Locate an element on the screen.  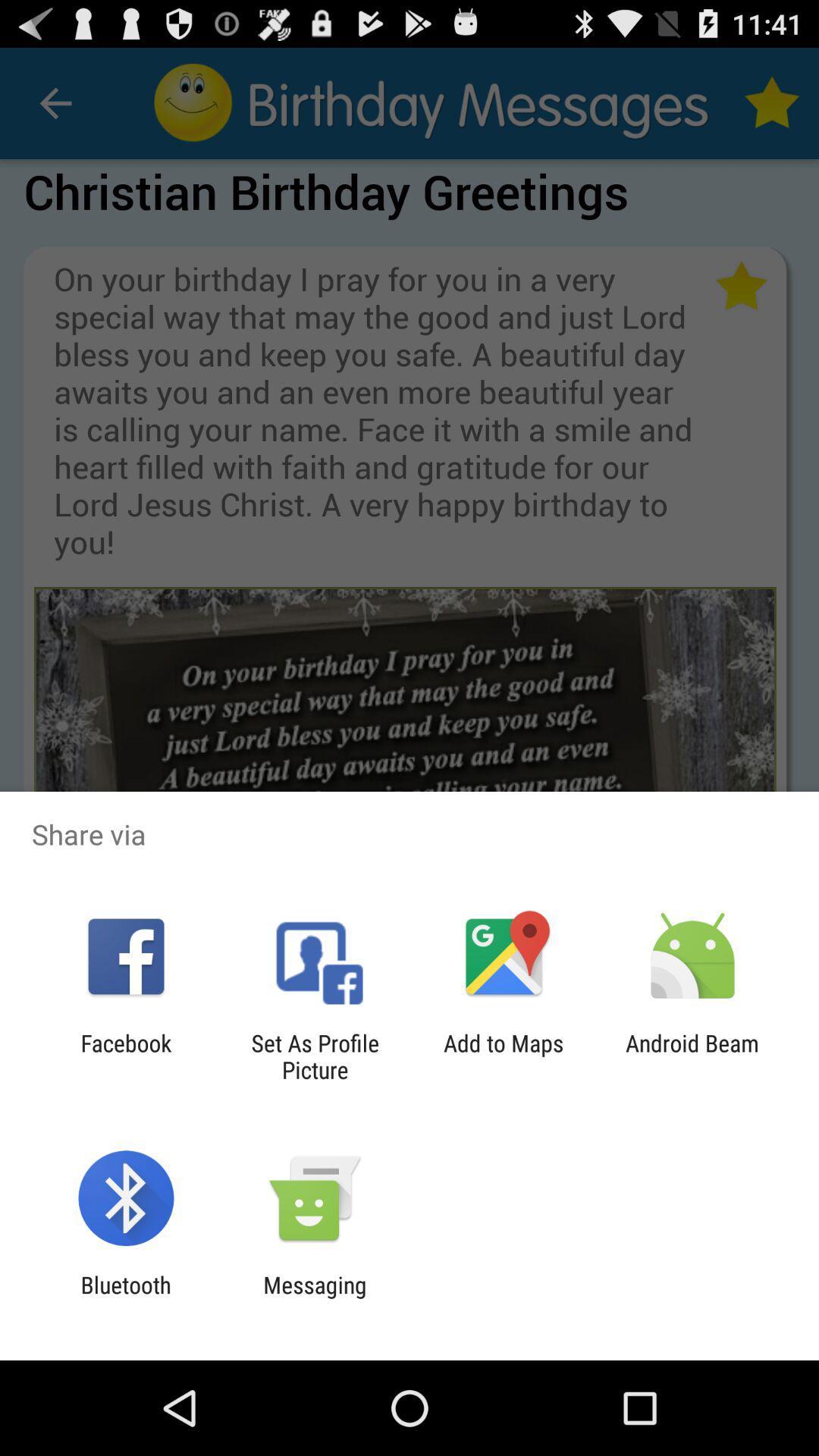
the icon next to the messaging icon is located at coordinates (125, 1298).